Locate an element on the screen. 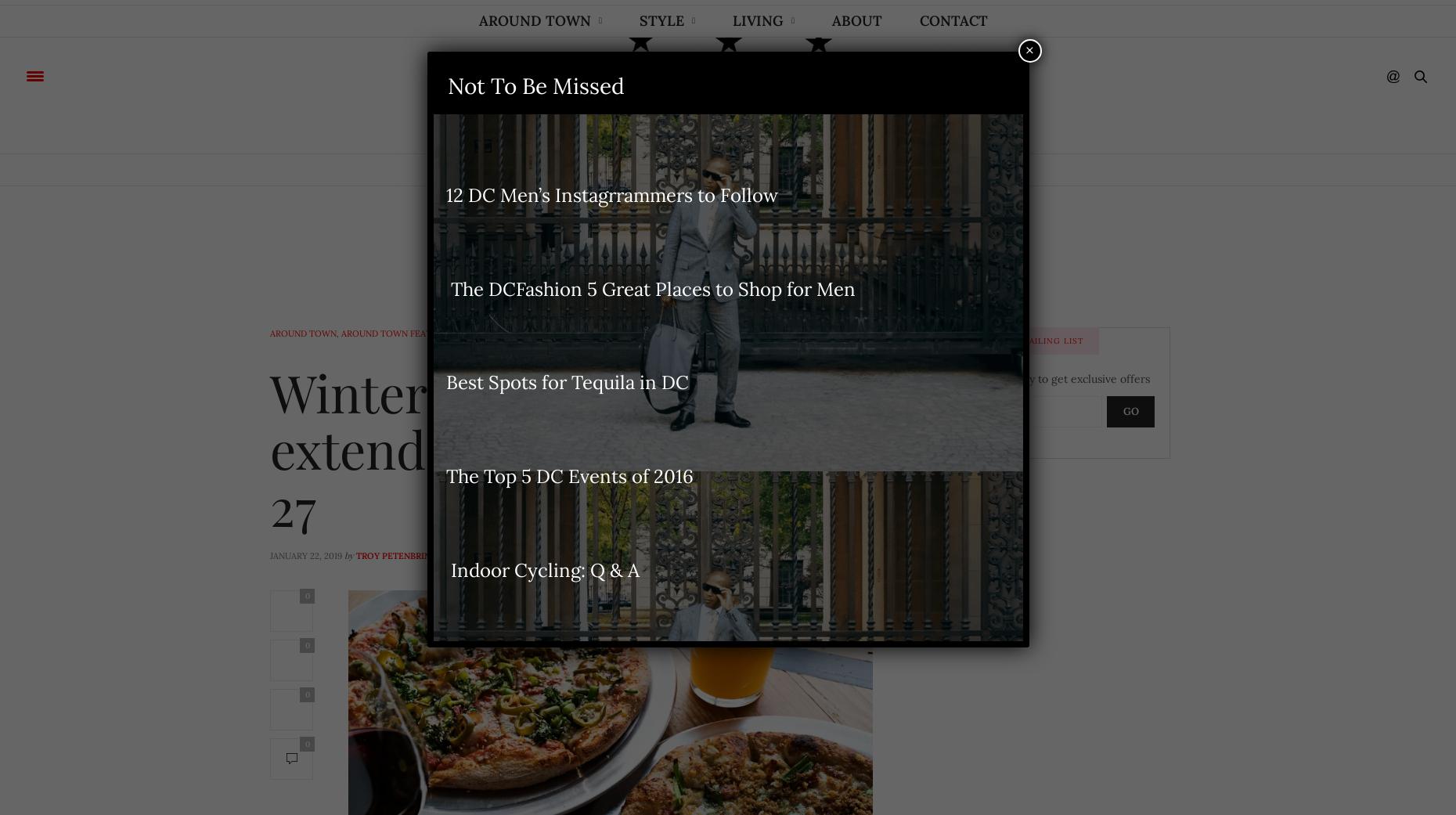 This screenshot has width=1456, height=815. 'Troy Petenbrink' is located at coordinates (395, 554).